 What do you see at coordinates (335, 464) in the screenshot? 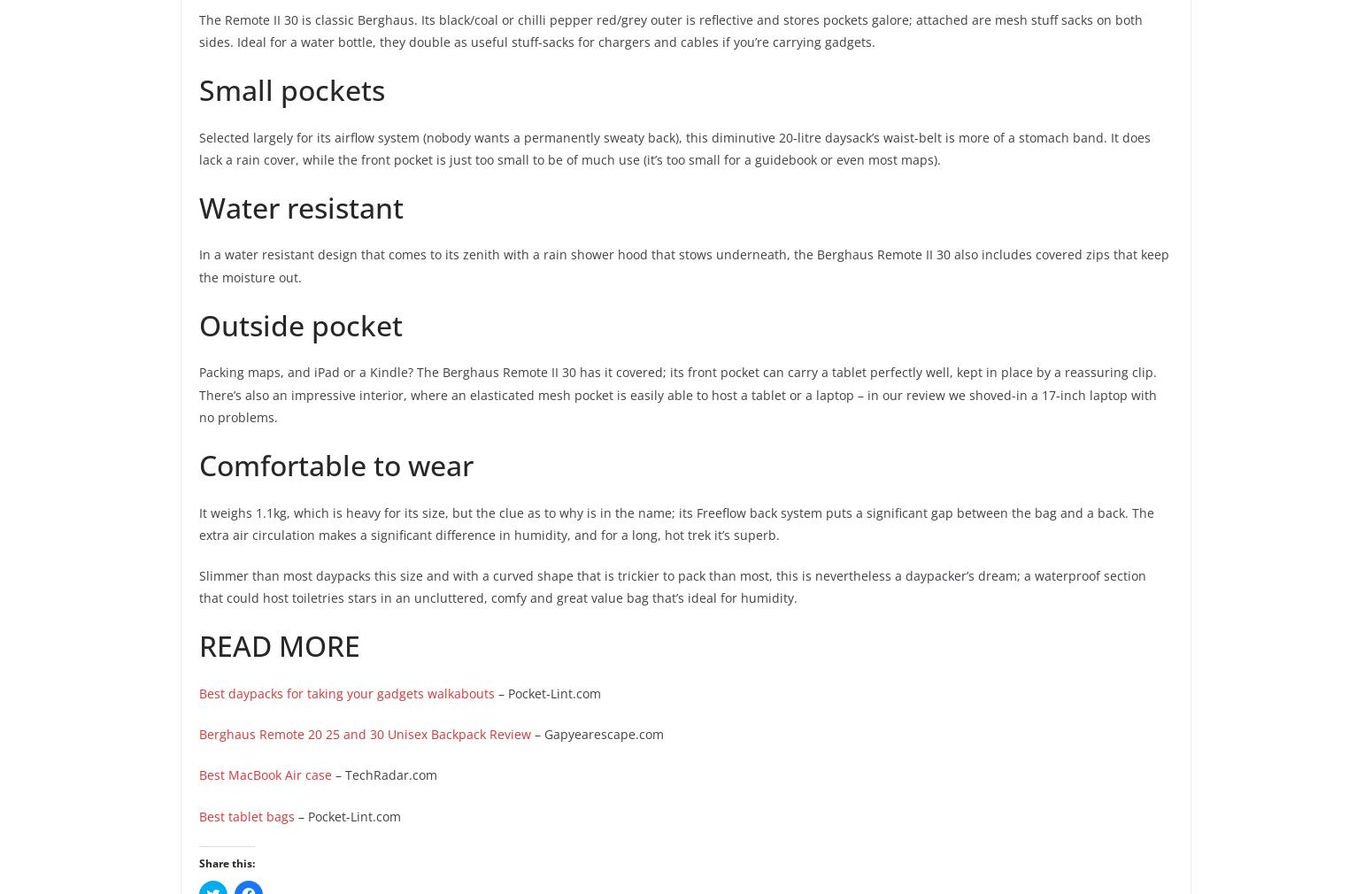
I see `'Comfortable to wear'` at bounding box center [335, 464].